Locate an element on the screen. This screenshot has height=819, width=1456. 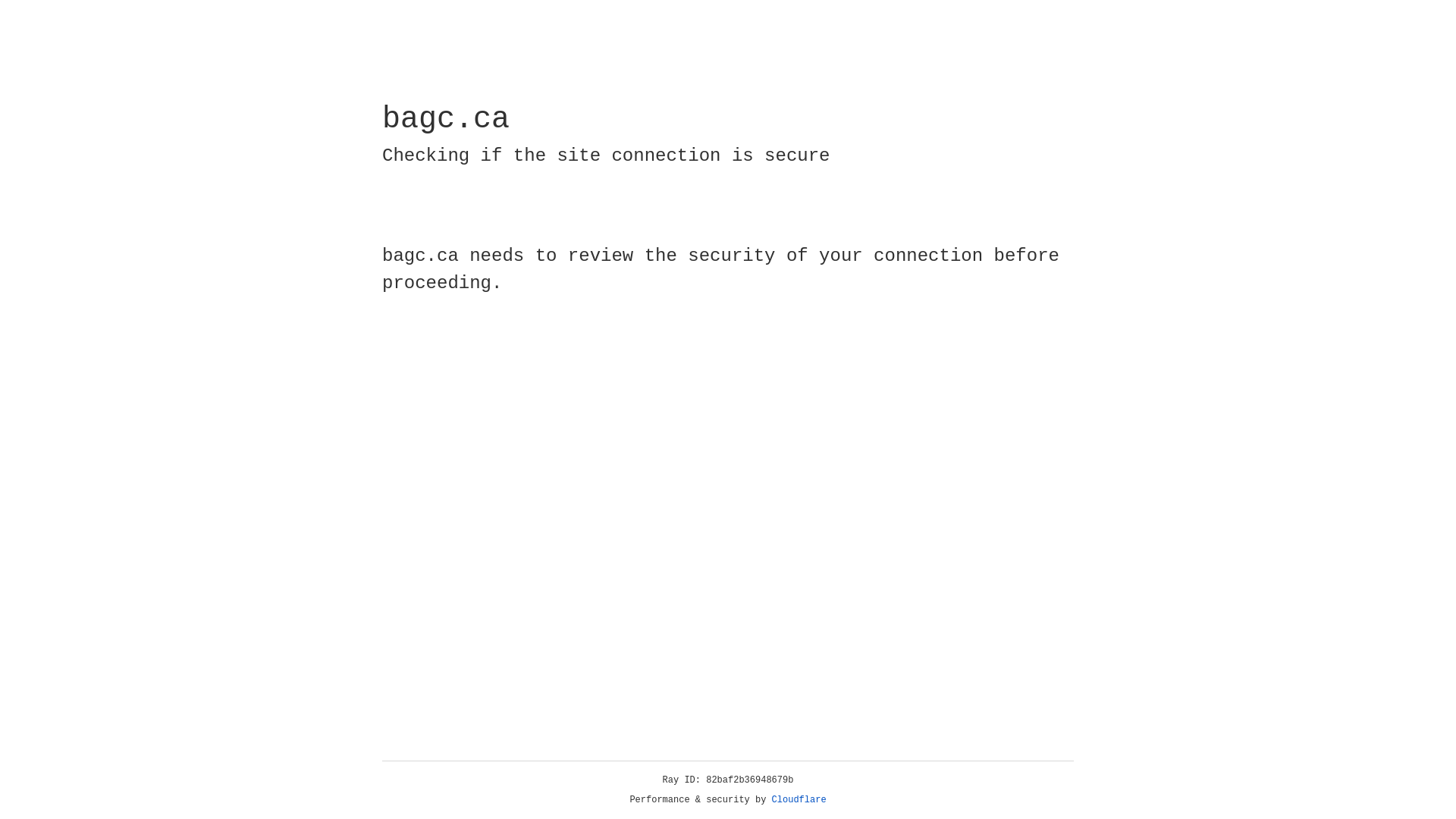
'Cloudflare' is located at coordinates (799, 799).